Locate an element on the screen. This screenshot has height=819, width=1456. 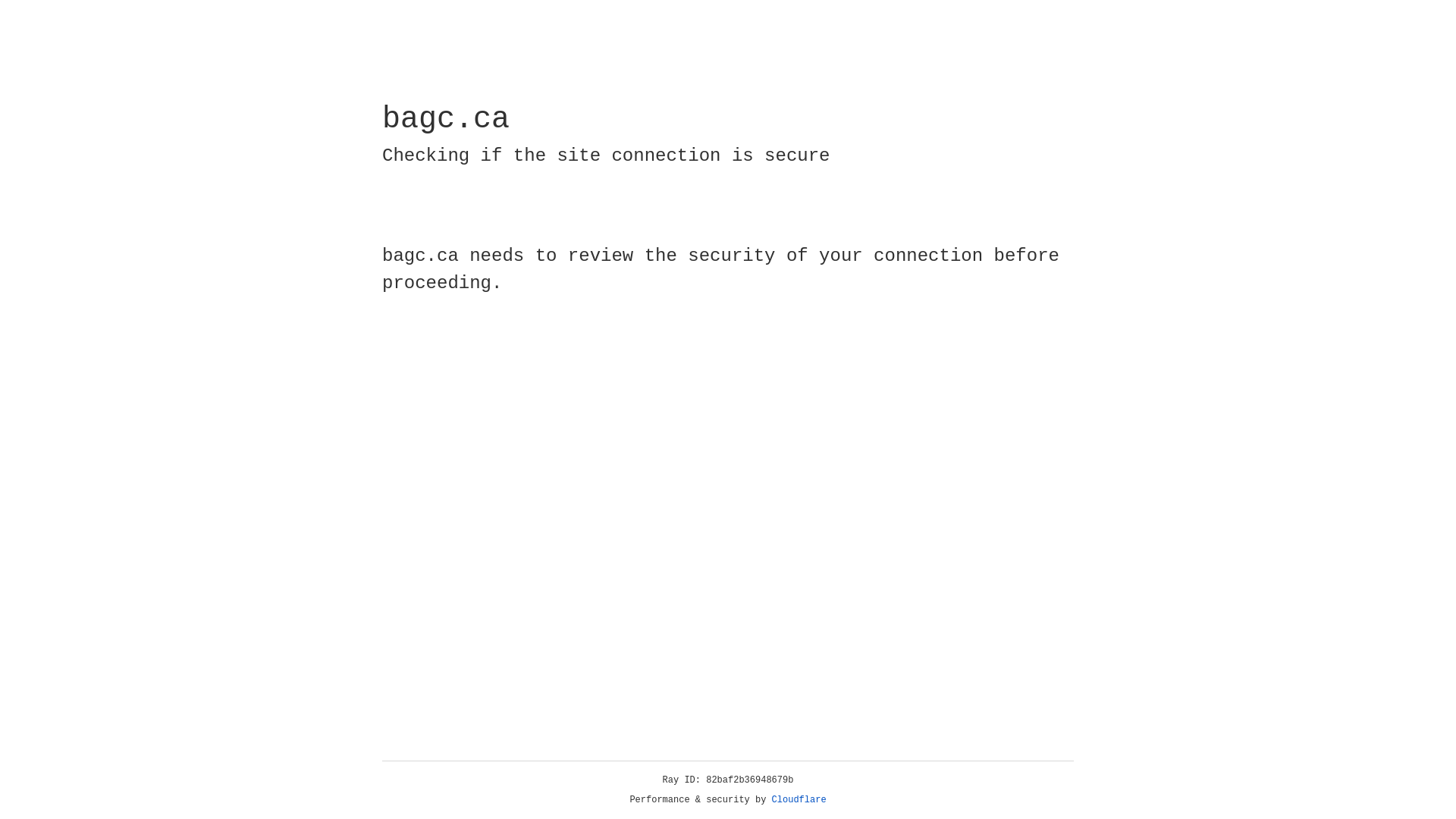
'Cloudflare' is located at coordinates (799, 799).